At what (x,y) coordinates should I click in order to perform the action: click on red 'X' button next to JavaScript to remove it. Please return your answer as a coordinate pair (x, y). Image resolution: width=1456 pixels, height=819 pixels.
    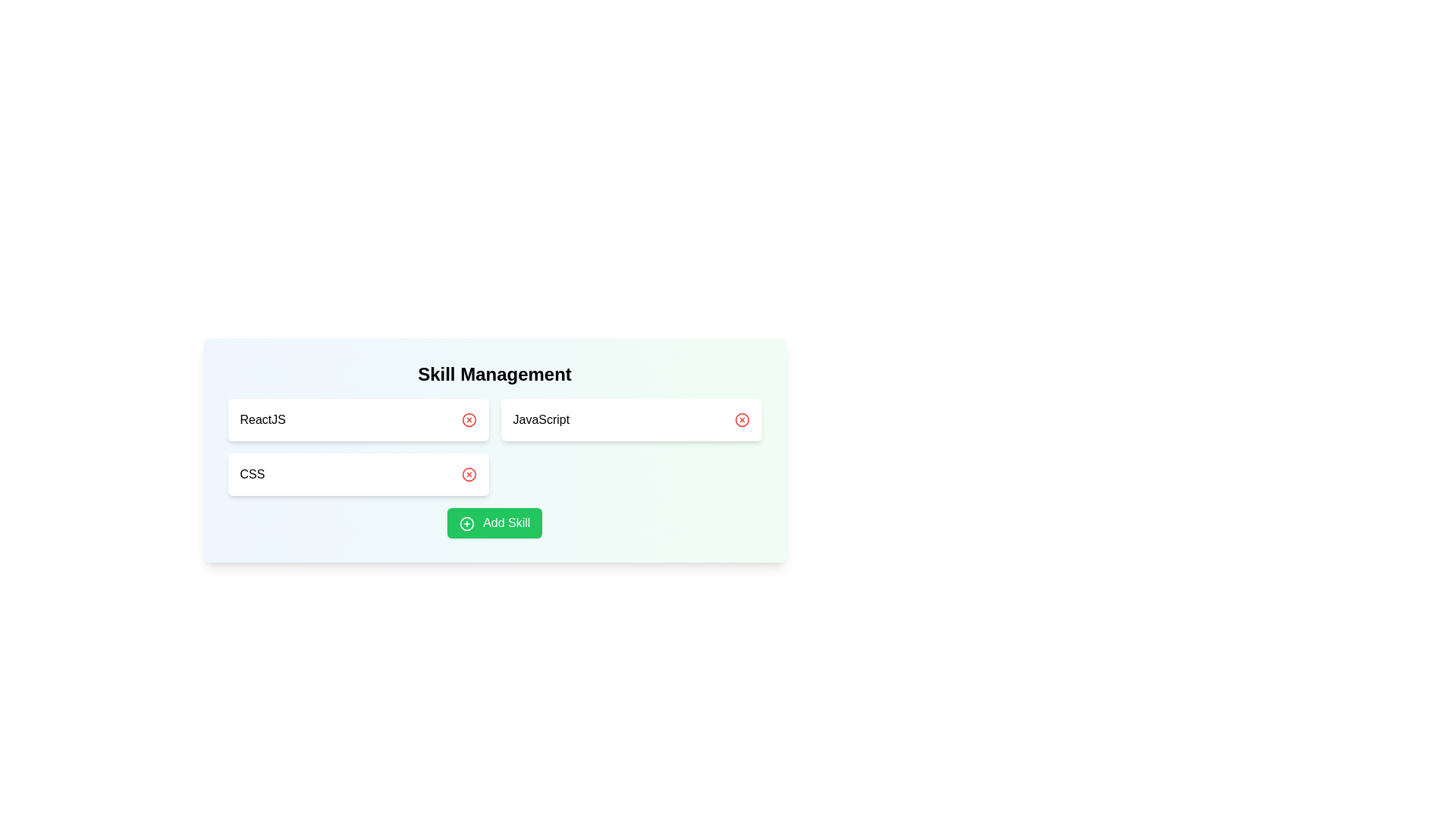
    Looking at the image, I should click on (742, 420).